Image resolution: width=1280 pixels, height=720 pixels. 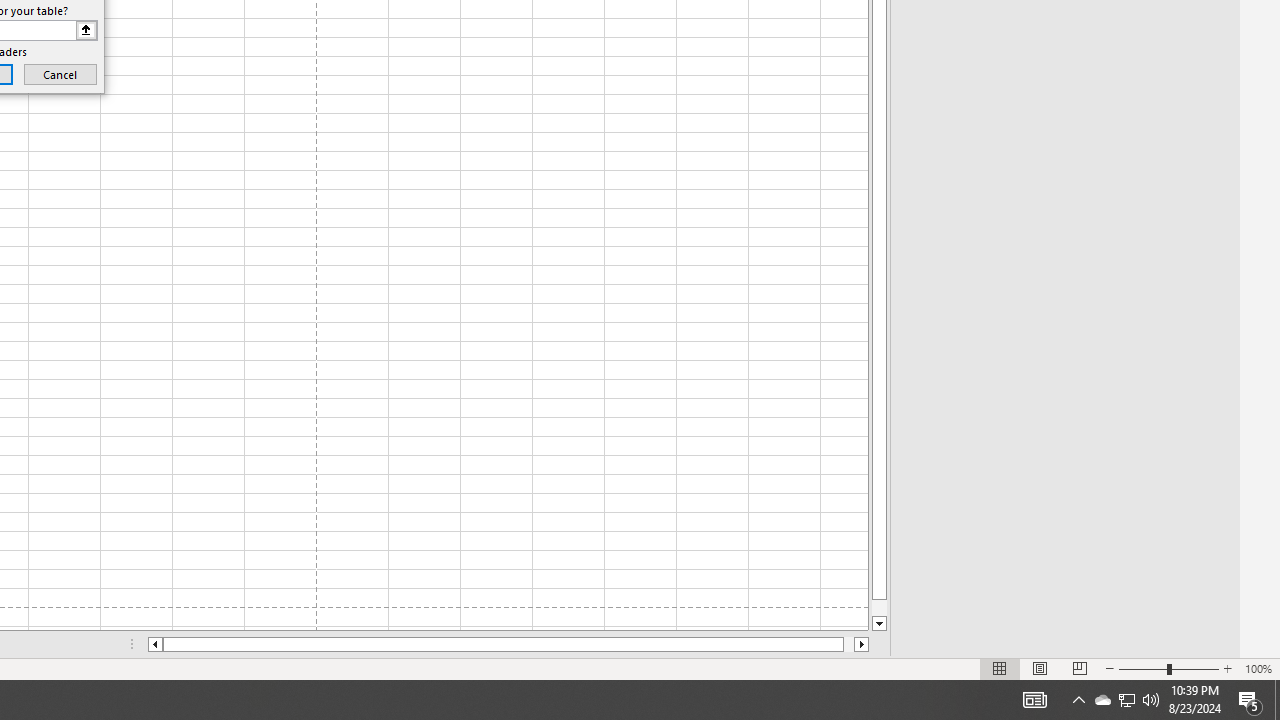 What do you see at coordinates (879, 623) in the screenshot?
I see `'Line down'` at bounding box center [879, 623].